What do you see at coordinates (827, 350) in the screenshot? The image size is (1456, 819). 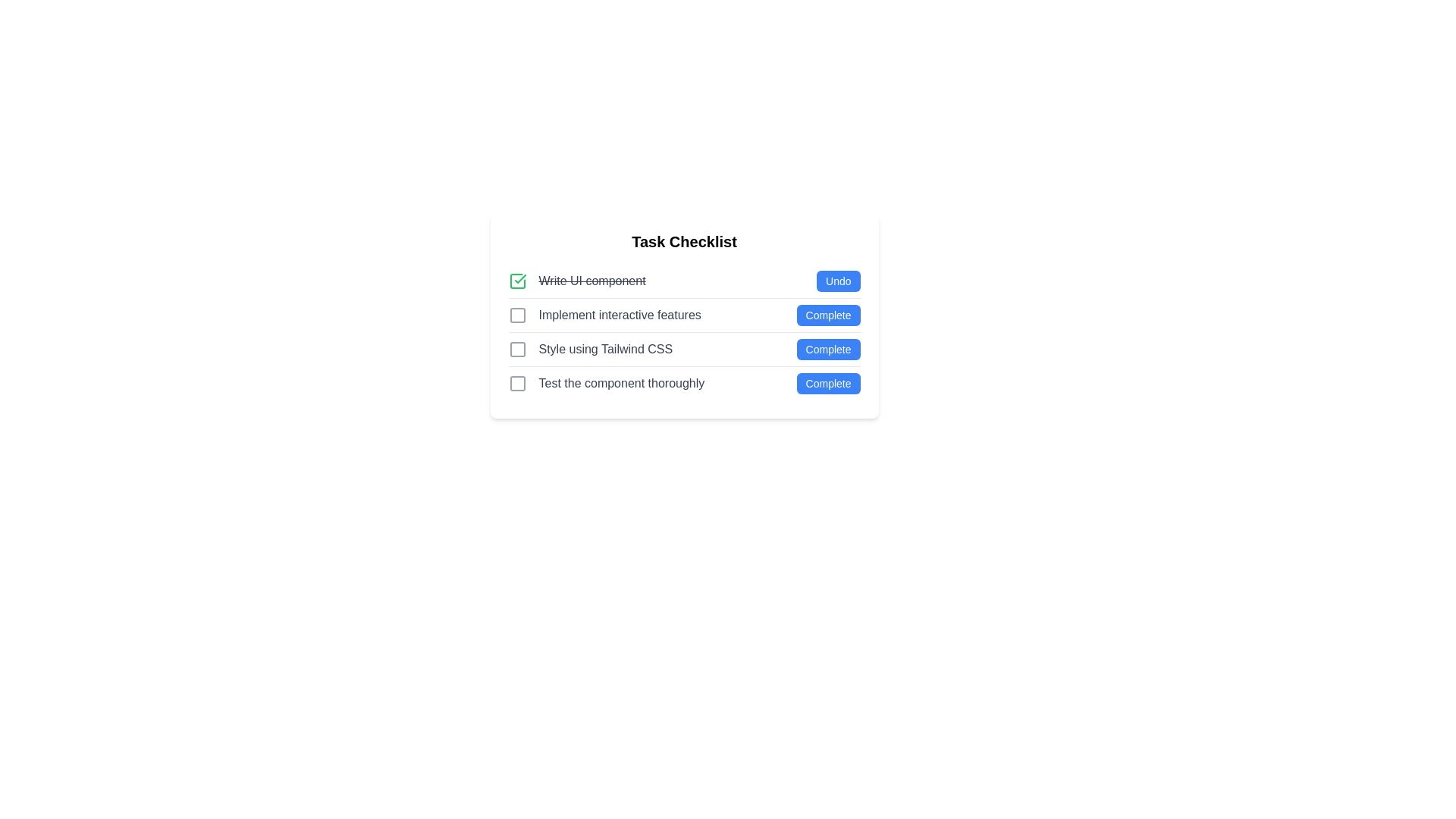 I see `the blue 'Complete' button with white text, located at the far right of the third row in the checklist interface` at bounding box center [827, 350].